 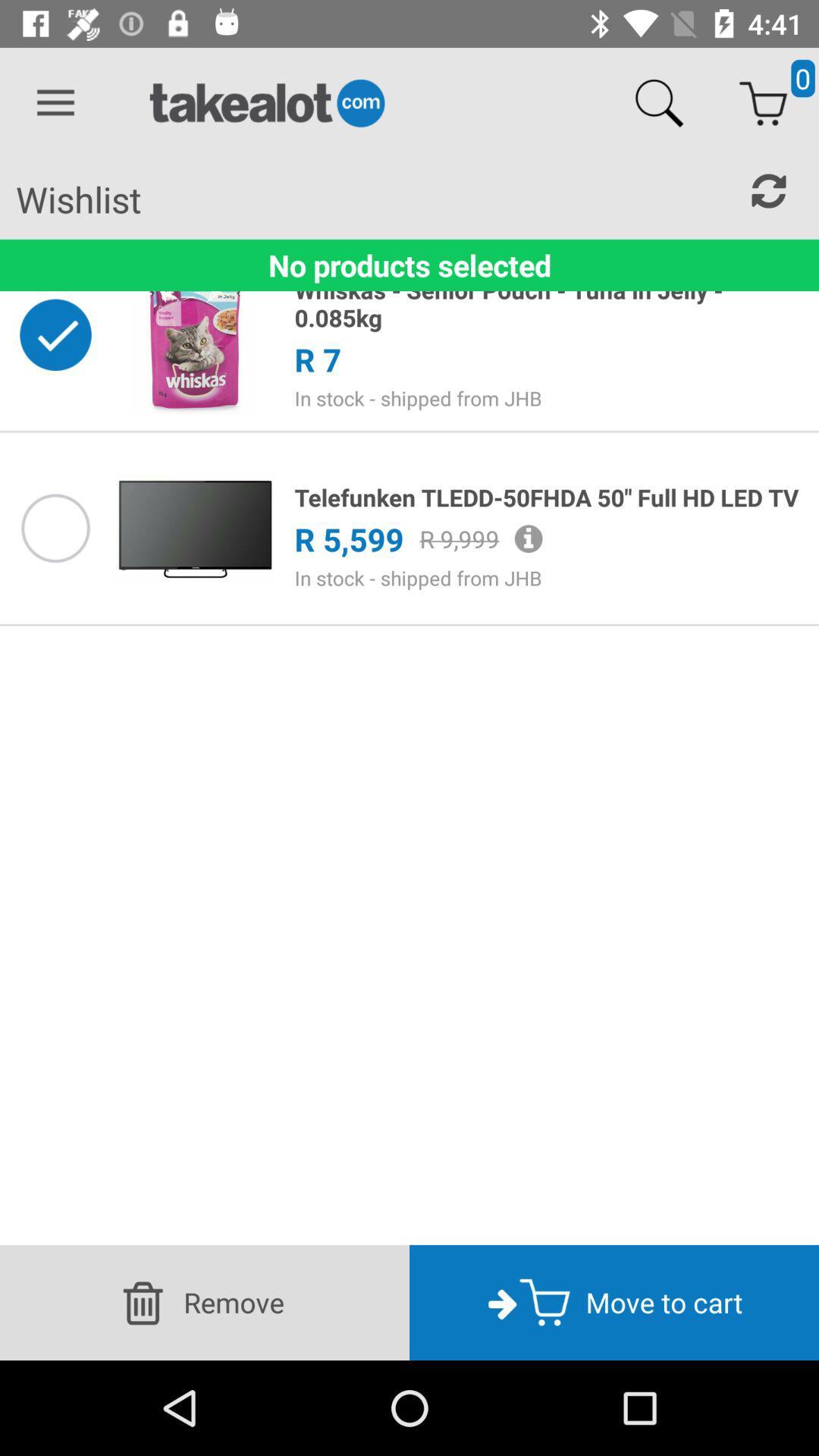 What do you see at coordinates (55, 528) in the screenshot?
I see `choose this product` at bounding box center [55, 528].